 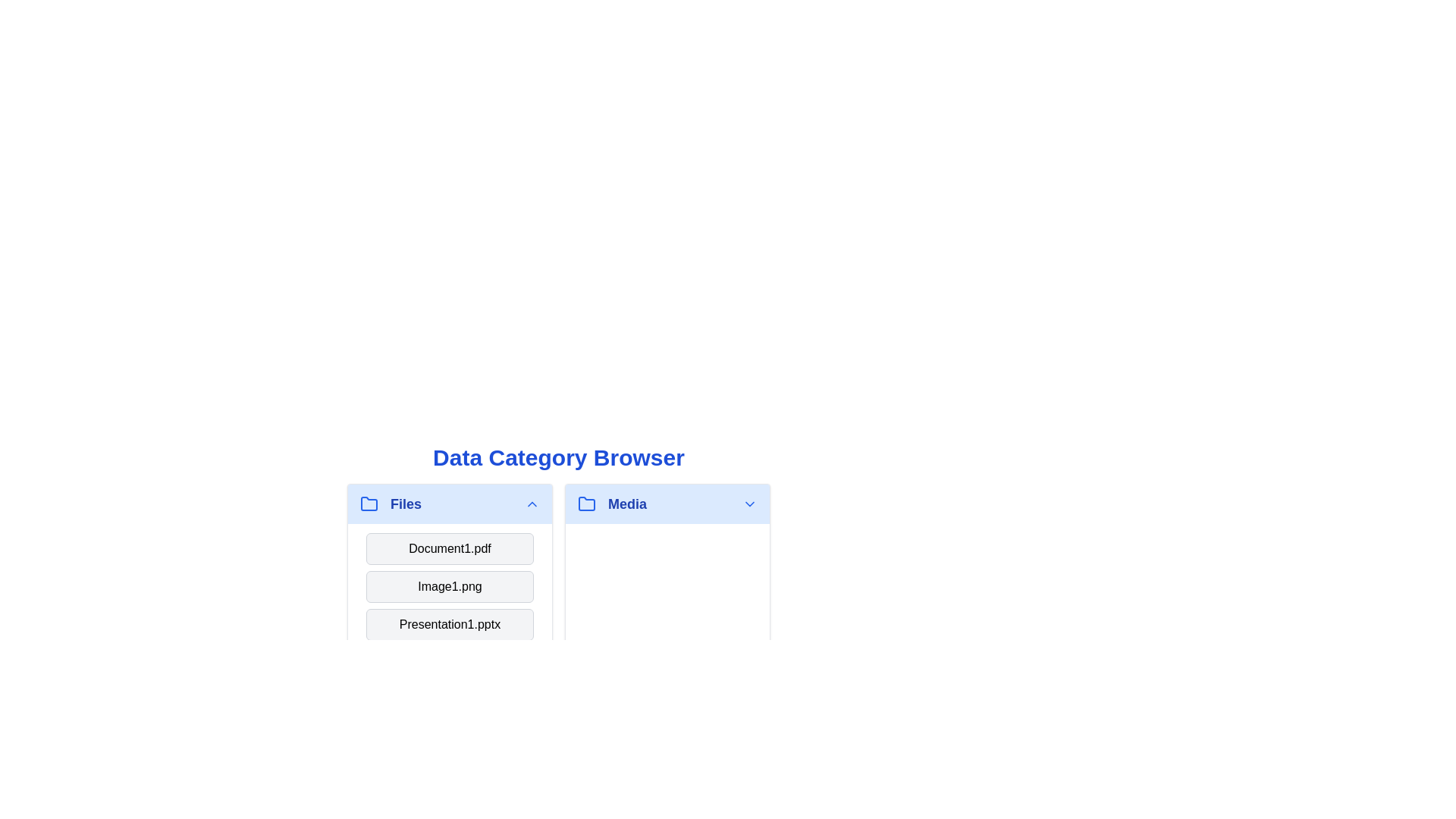 I want to click on the header of the category Media to toggle its expanded state, so click(x=667, y=504).